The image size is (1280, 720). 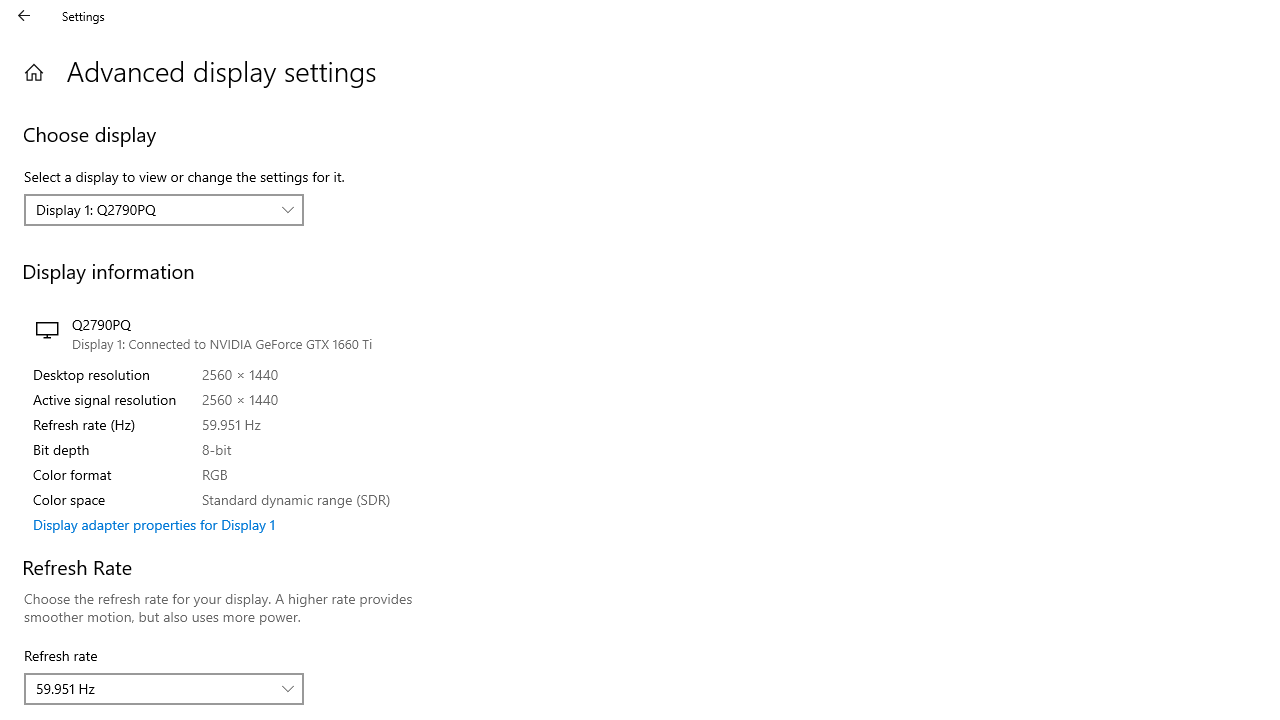 I want to click on 'Display adapter properties for Display 1', so click(x=153, y=523).